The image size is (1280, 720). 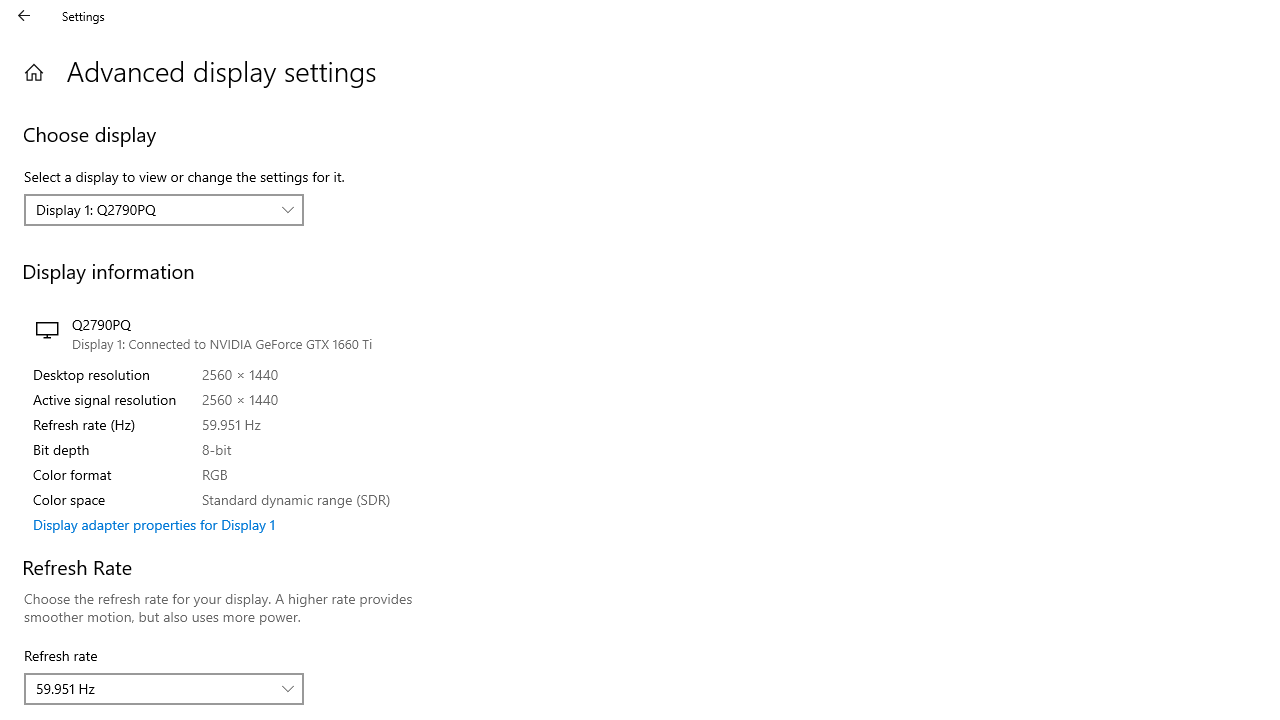 I want to click on 'Display adapter properties for Display 1', so click(x=153, y=523).